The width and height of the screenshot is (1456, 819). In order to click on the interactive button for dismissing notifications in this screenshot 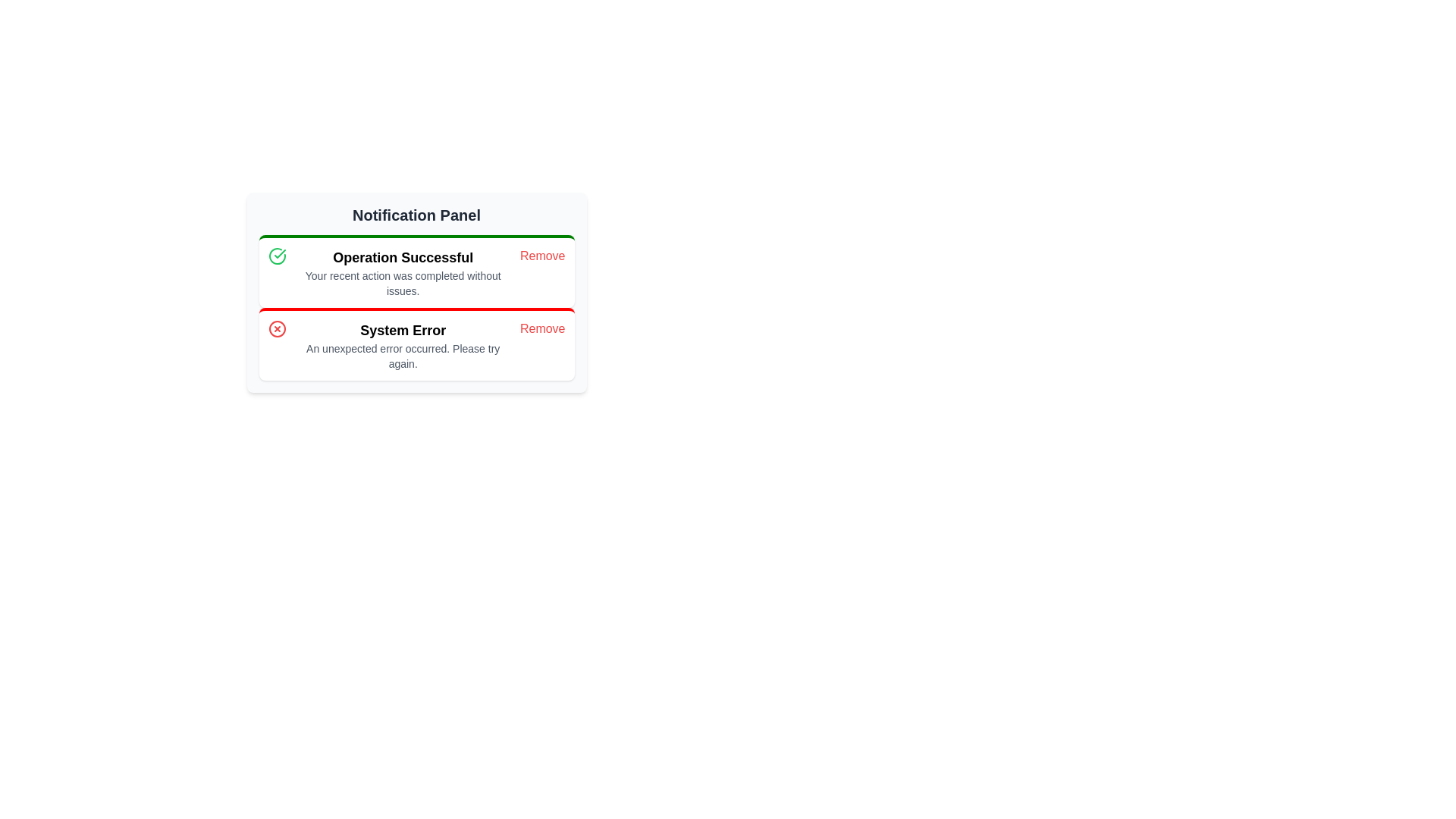, I will do `click(542, 256)`.